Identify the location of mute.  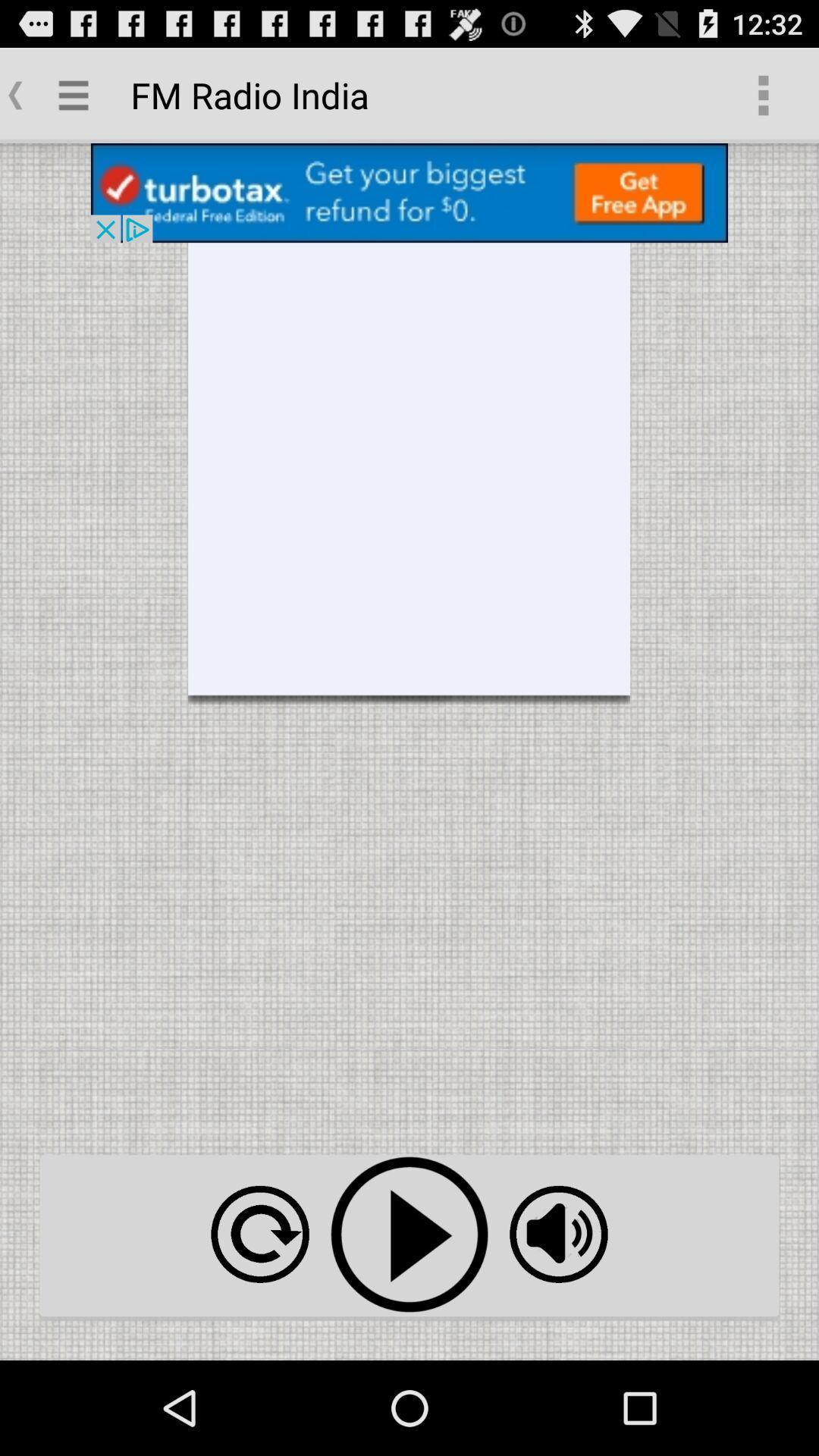
(558, 1234).